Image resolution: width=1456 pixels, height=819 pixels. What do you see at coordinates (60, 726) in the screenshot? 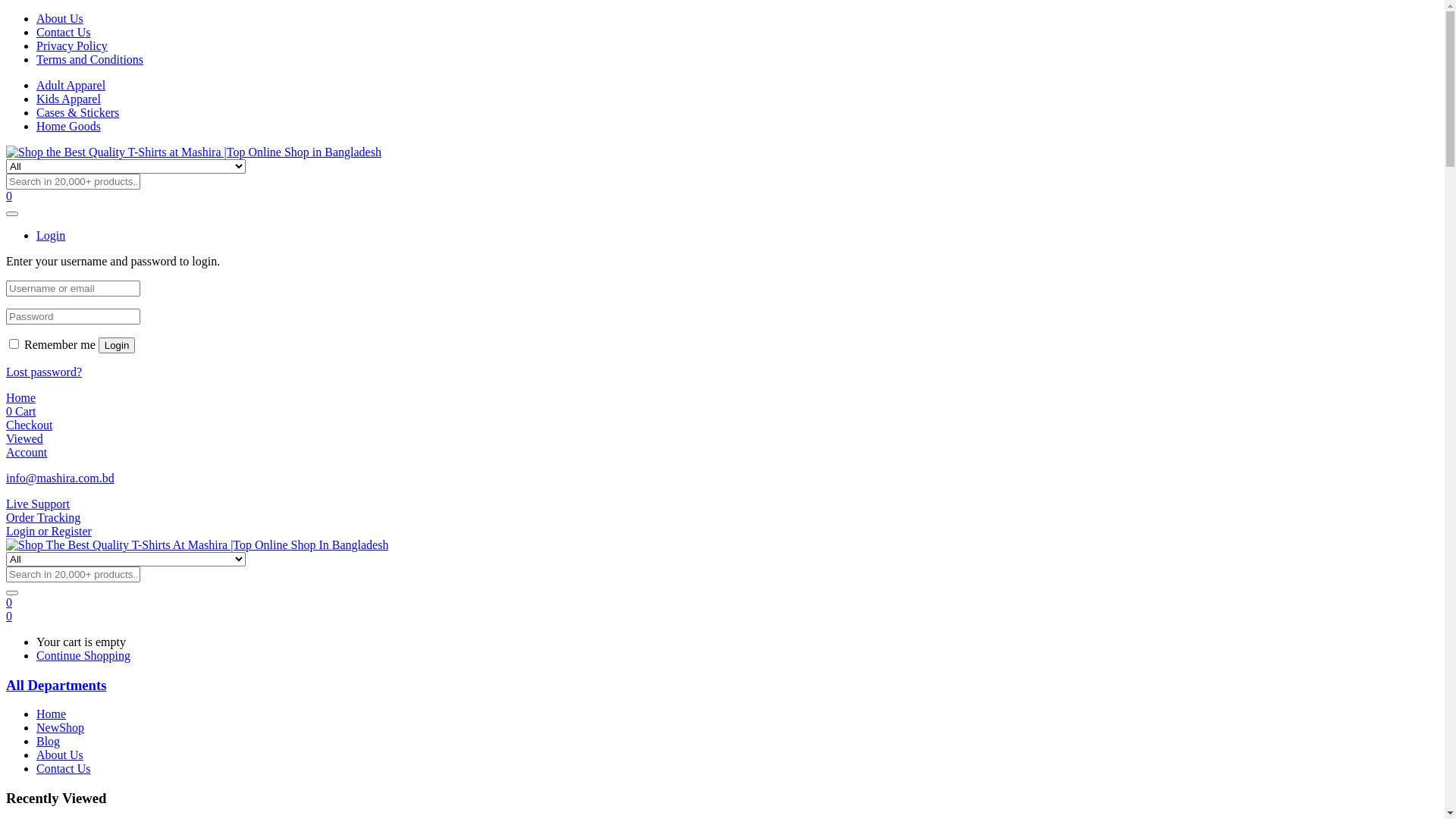
I see `'NewShop'` at bounding box center [60, 726].